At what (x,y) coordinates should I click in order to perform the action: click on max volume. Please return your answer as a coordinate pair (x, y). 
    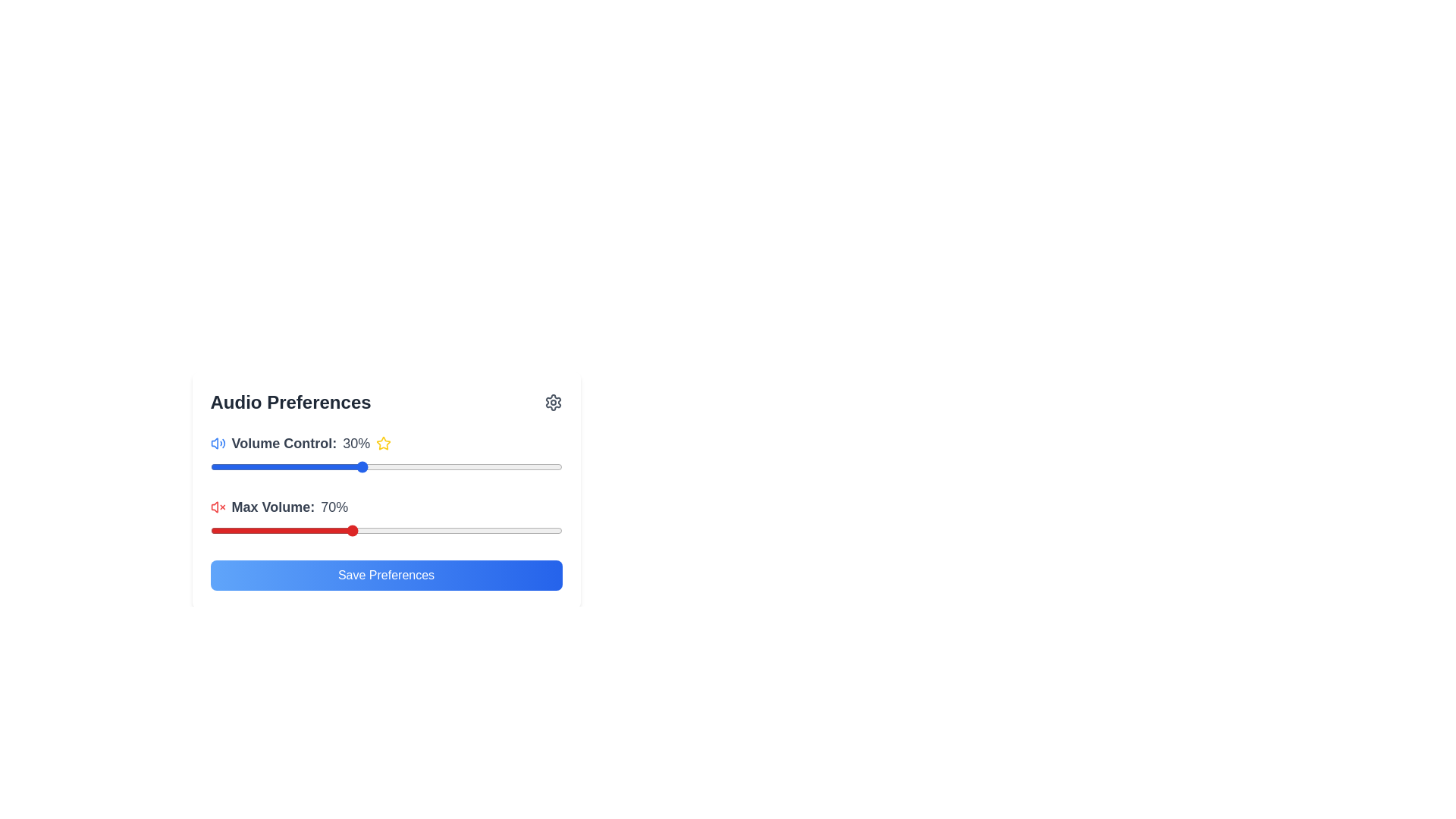
    Looking at the image, I should click on (245, 529).